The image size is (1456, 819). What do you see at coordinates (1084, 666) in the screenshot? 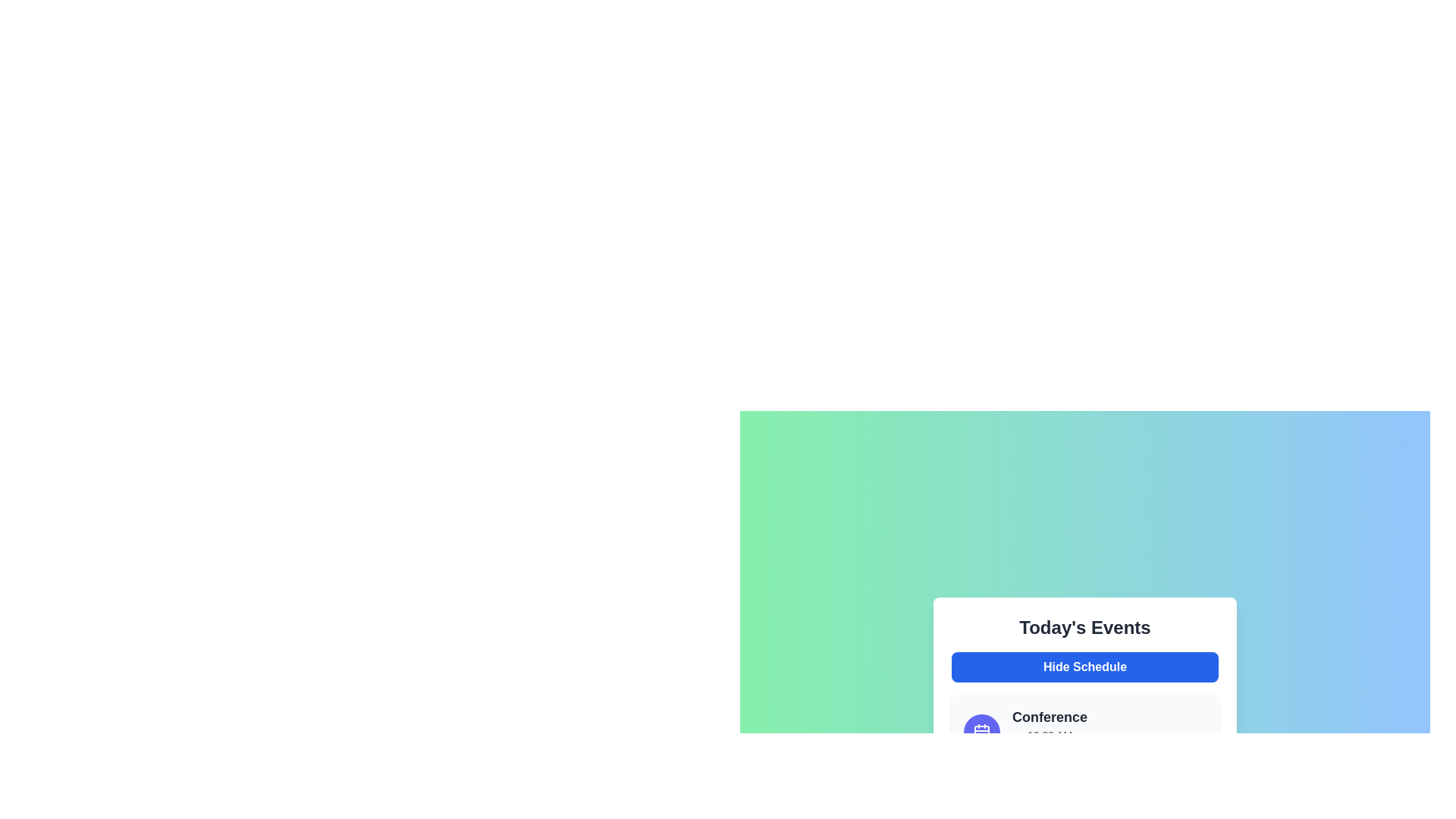
I see `the 'Hide Schedule' button to toggle the visibility of the schedule` at bounding box center [1084, 666].